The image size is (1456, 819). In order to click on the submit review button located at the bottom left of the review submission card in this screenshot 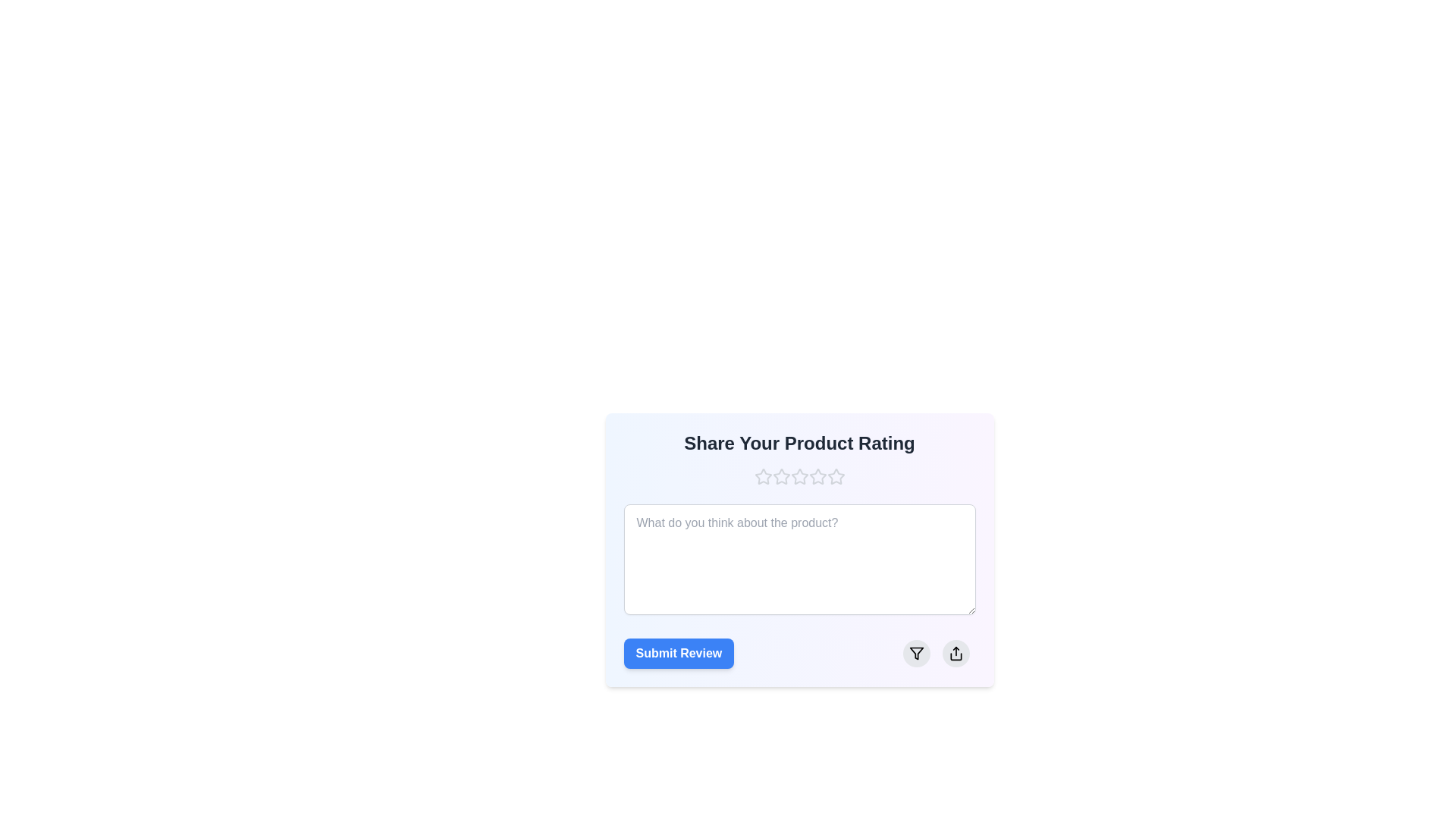, I will do `click(678, 652)`.